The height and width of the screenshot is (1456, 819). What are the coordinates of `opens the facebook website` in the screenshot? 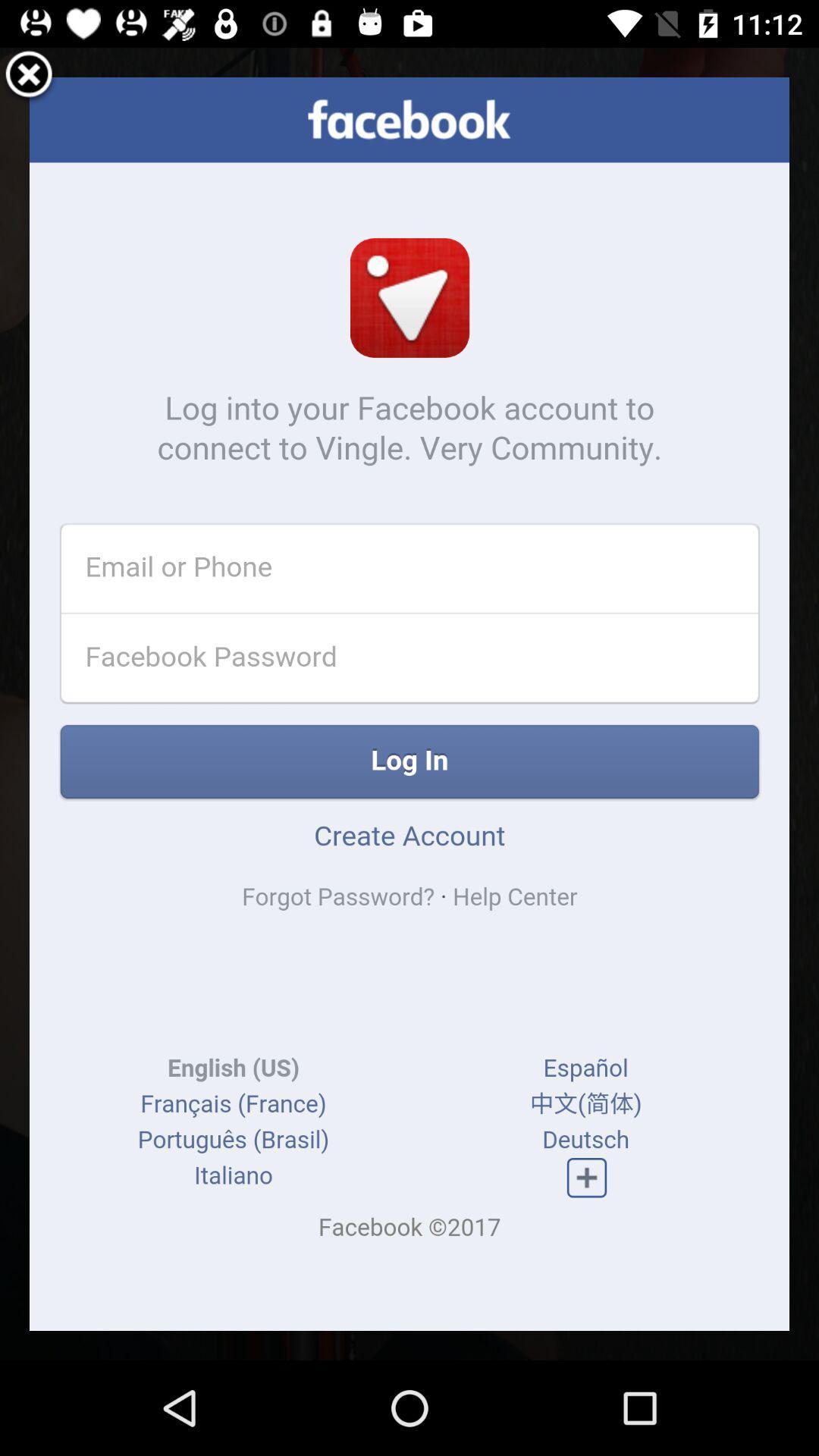 It's located at (409, 703).